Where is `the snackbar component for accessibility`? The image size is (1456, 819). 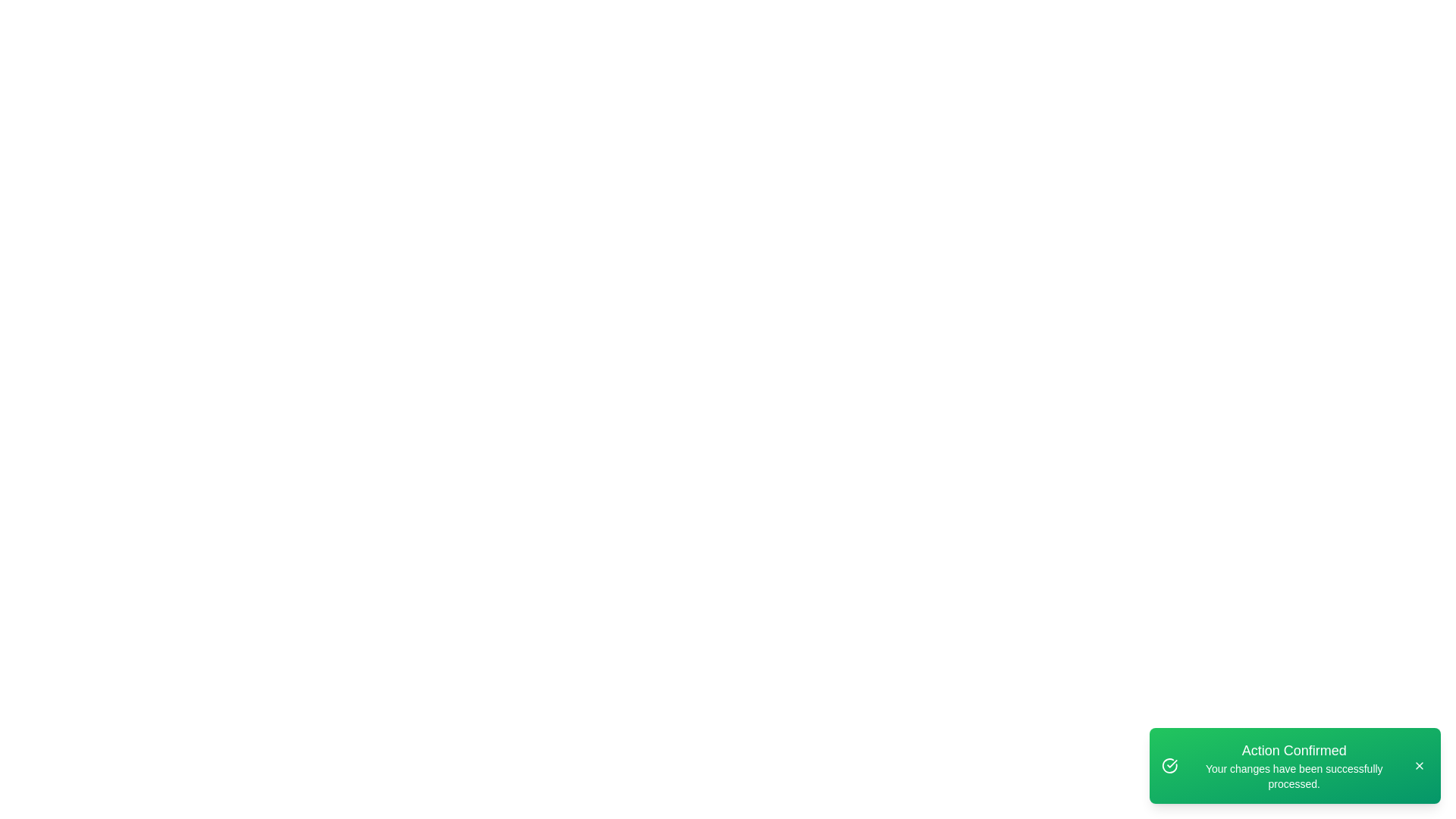
the snackbar component for accessibility is located at coordinates (1294, 766).